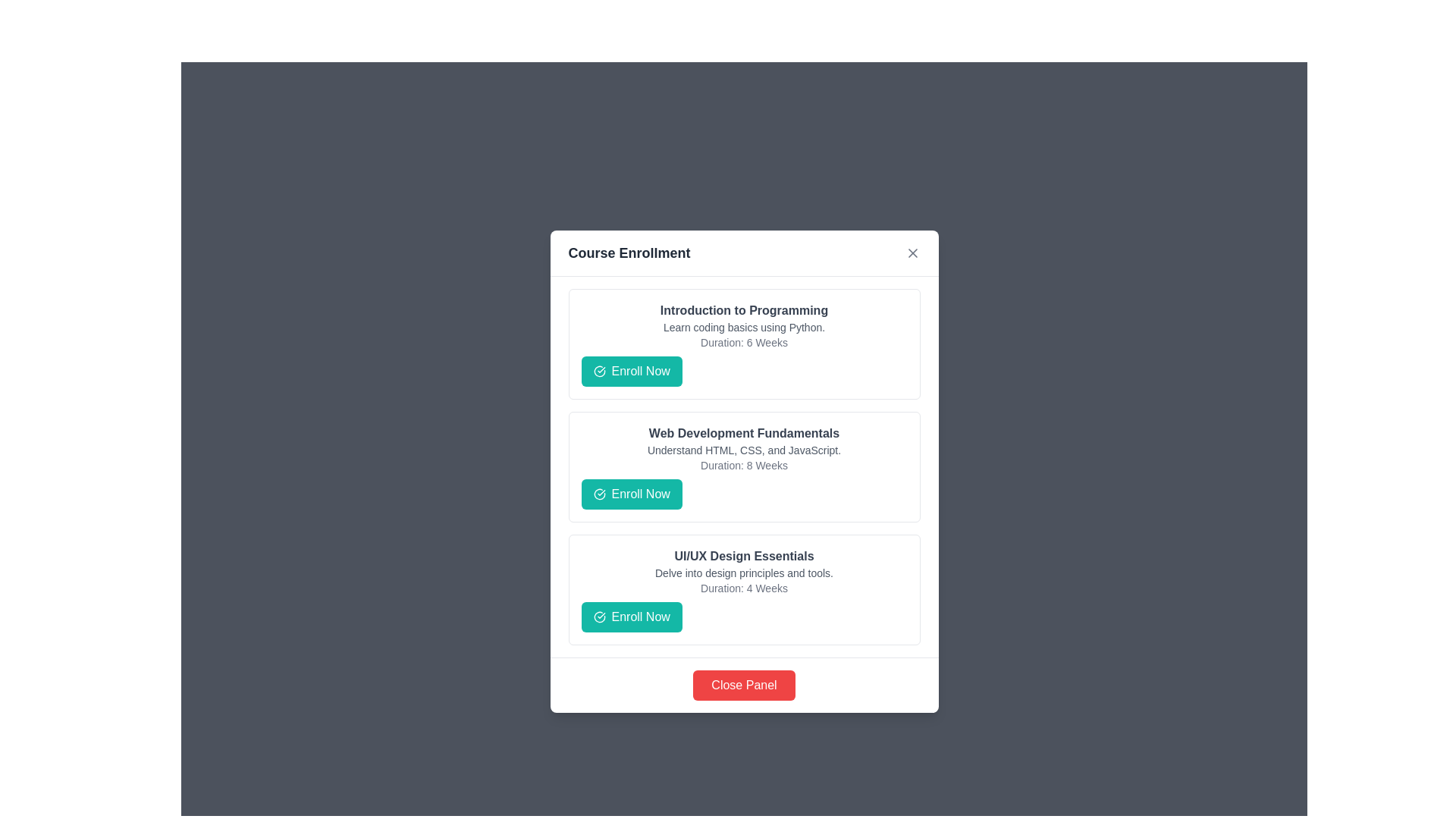  What do you see at coordinates (744, 589) in the screenshot?
I see `course details from the Card component titled 'UI/UX Design Essentials' which is the third card in a vertical stack within a modal dialog` at bounding box center [744, 589].